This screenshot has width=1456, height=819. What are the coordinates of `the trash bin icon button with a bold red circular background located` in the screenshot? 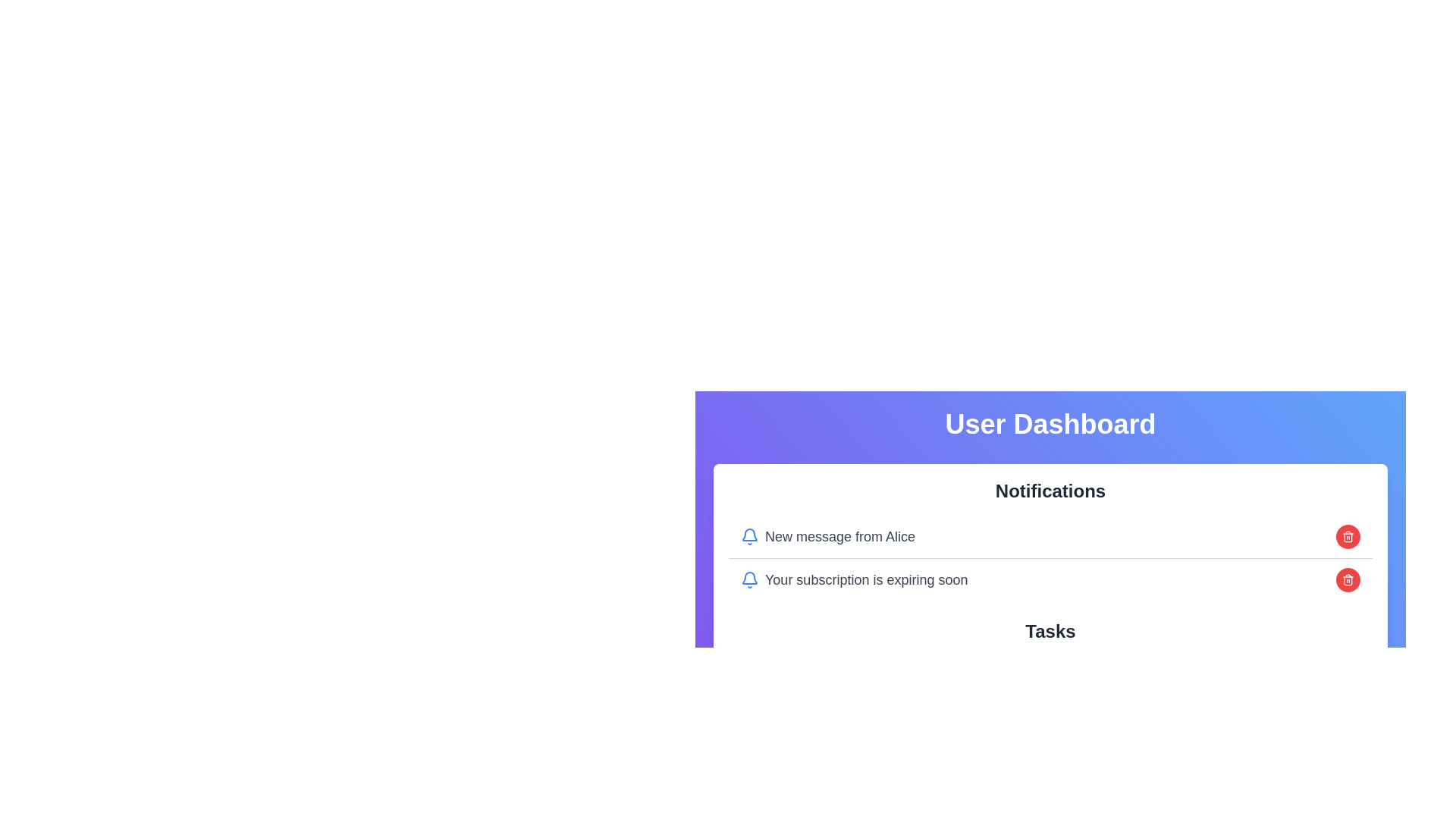 It's located at (1348, 579).